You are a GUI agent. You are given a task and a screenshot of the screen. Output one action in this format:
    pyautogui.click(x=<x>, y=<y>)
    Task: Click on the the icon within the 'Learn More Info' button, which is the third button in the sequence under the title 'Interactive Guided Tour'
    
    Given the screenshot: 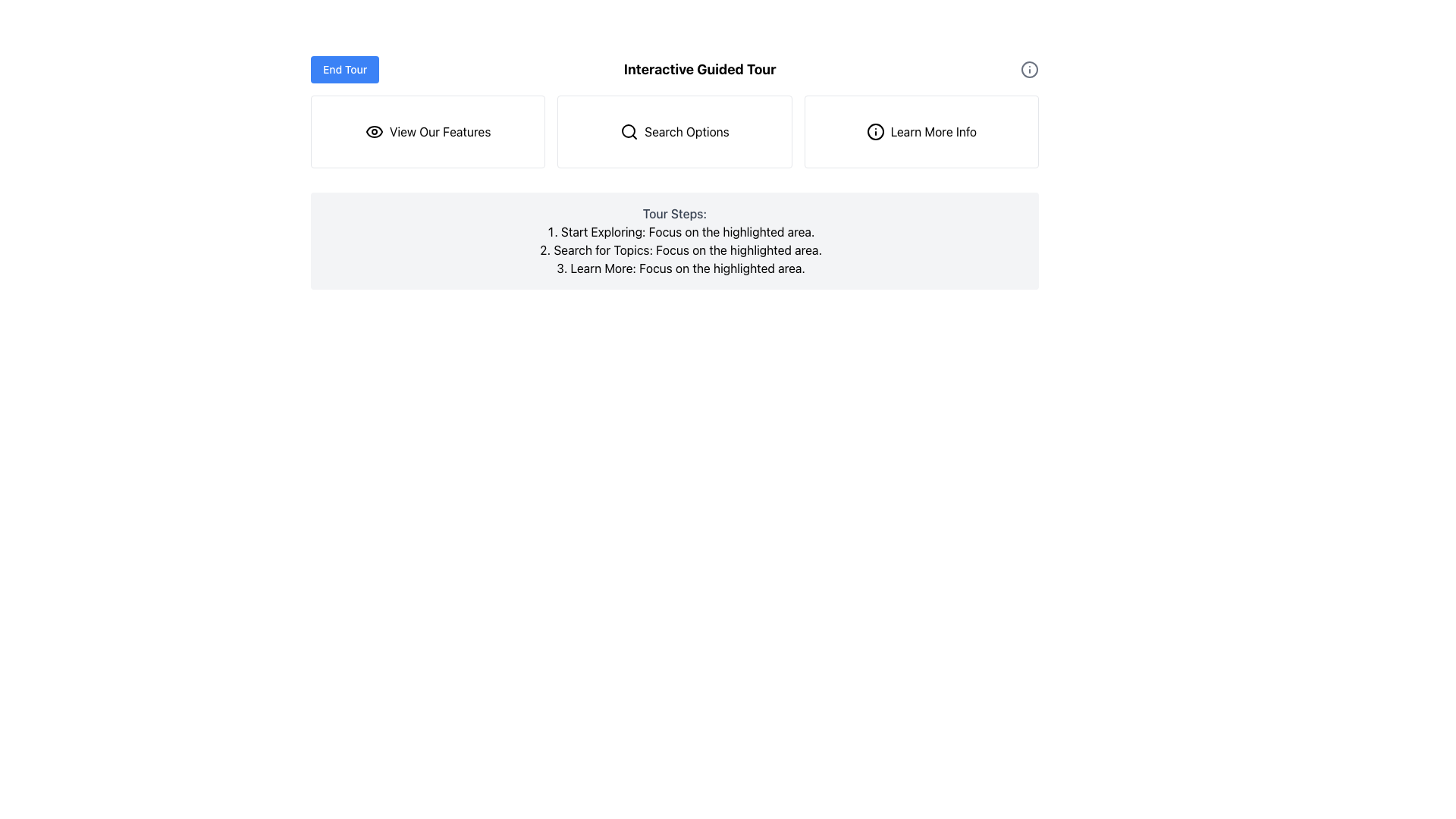 What is the action you would take?
    pyautogui.click(x=875, y=130)
    